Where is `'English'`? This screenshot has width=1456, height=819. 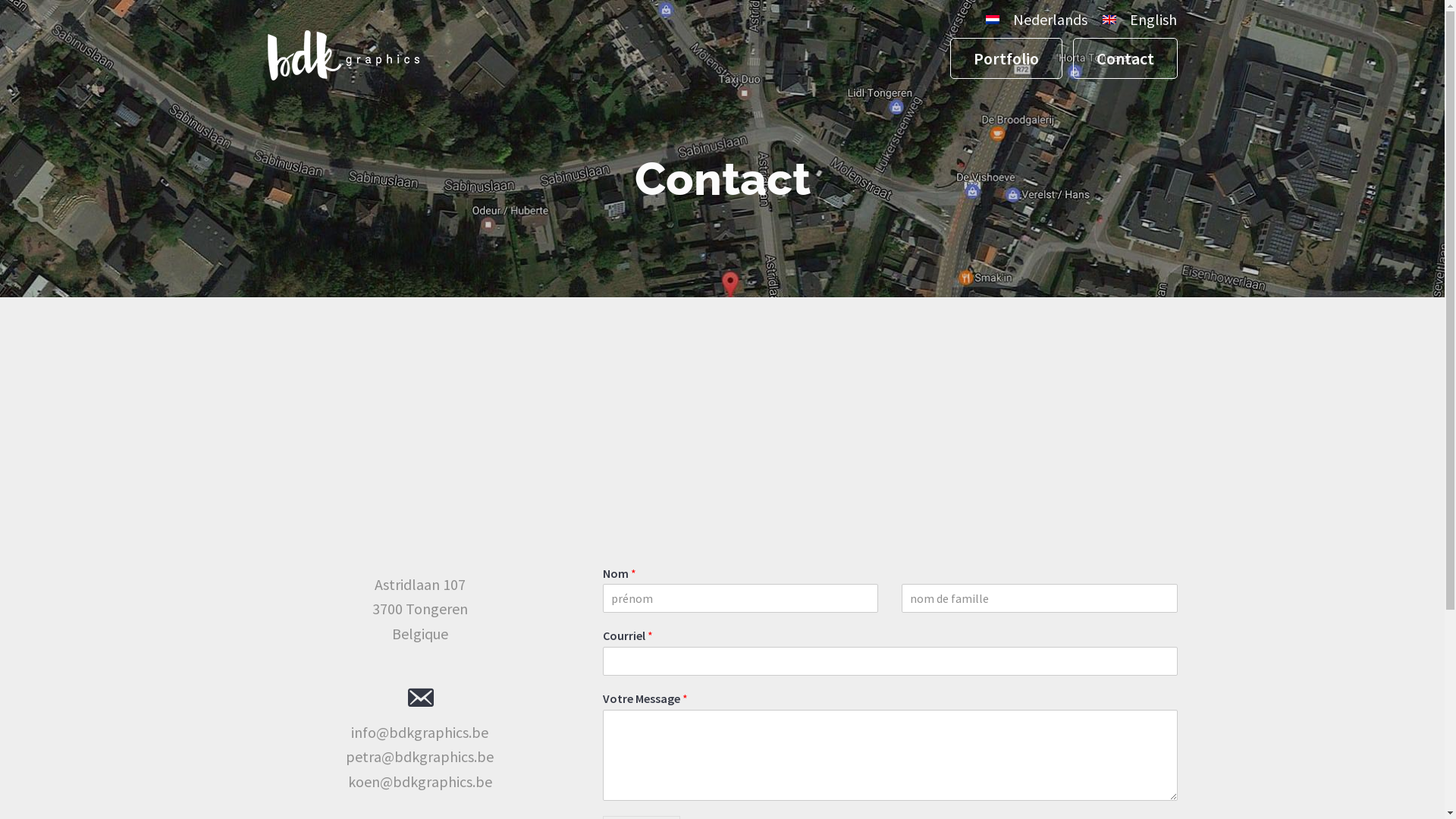 'English' is located at coordinates (1135, 20).